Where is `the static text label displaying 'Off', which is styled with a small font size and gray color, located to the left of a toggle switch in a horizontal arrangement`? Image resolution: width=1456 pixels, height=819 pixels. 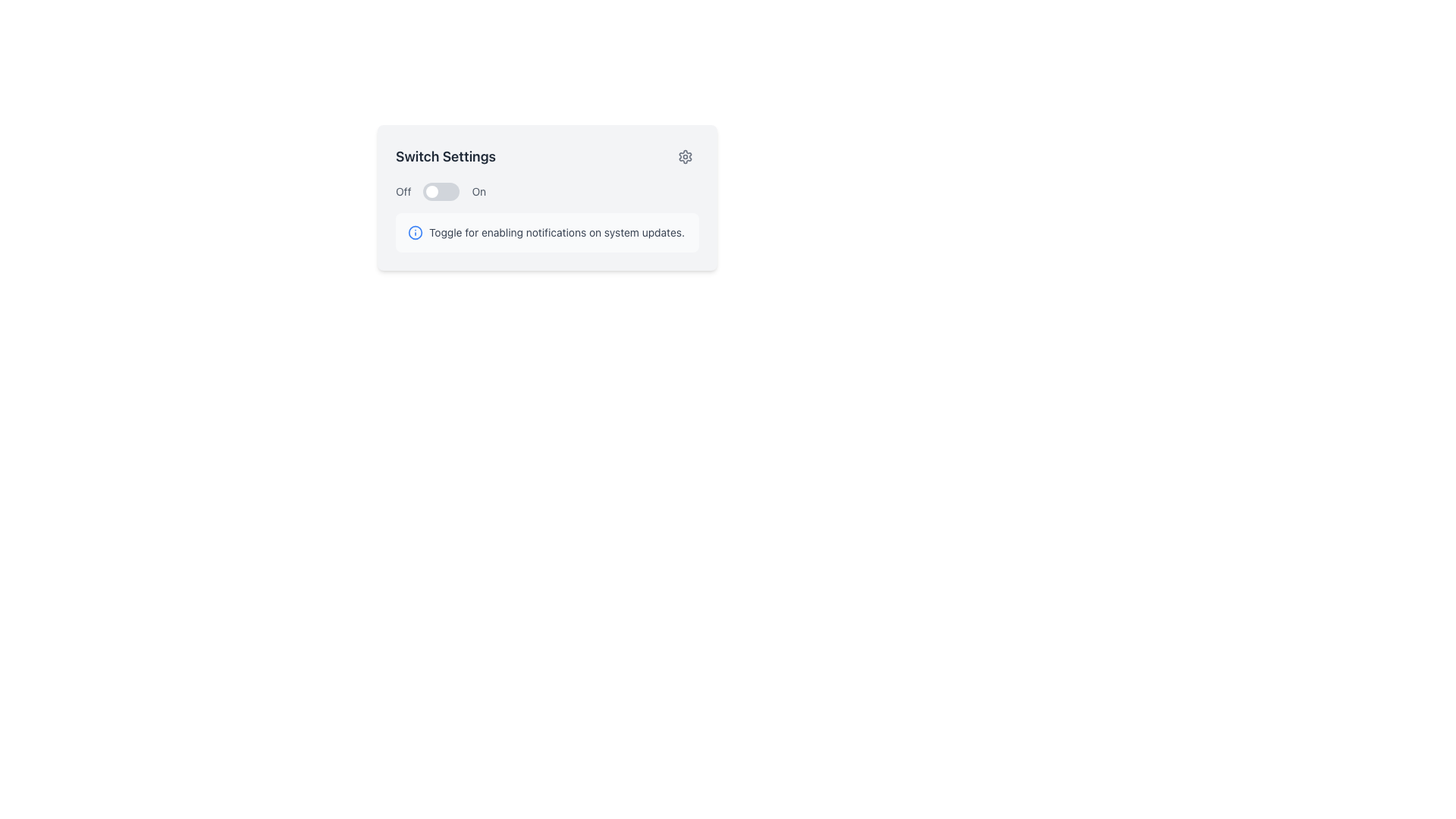
the static text label displaying 'Off', which is styled with a small font size and gray color, located to the left of a toggle switch in a horizontal arrangement is located at coordinates (403, 191).